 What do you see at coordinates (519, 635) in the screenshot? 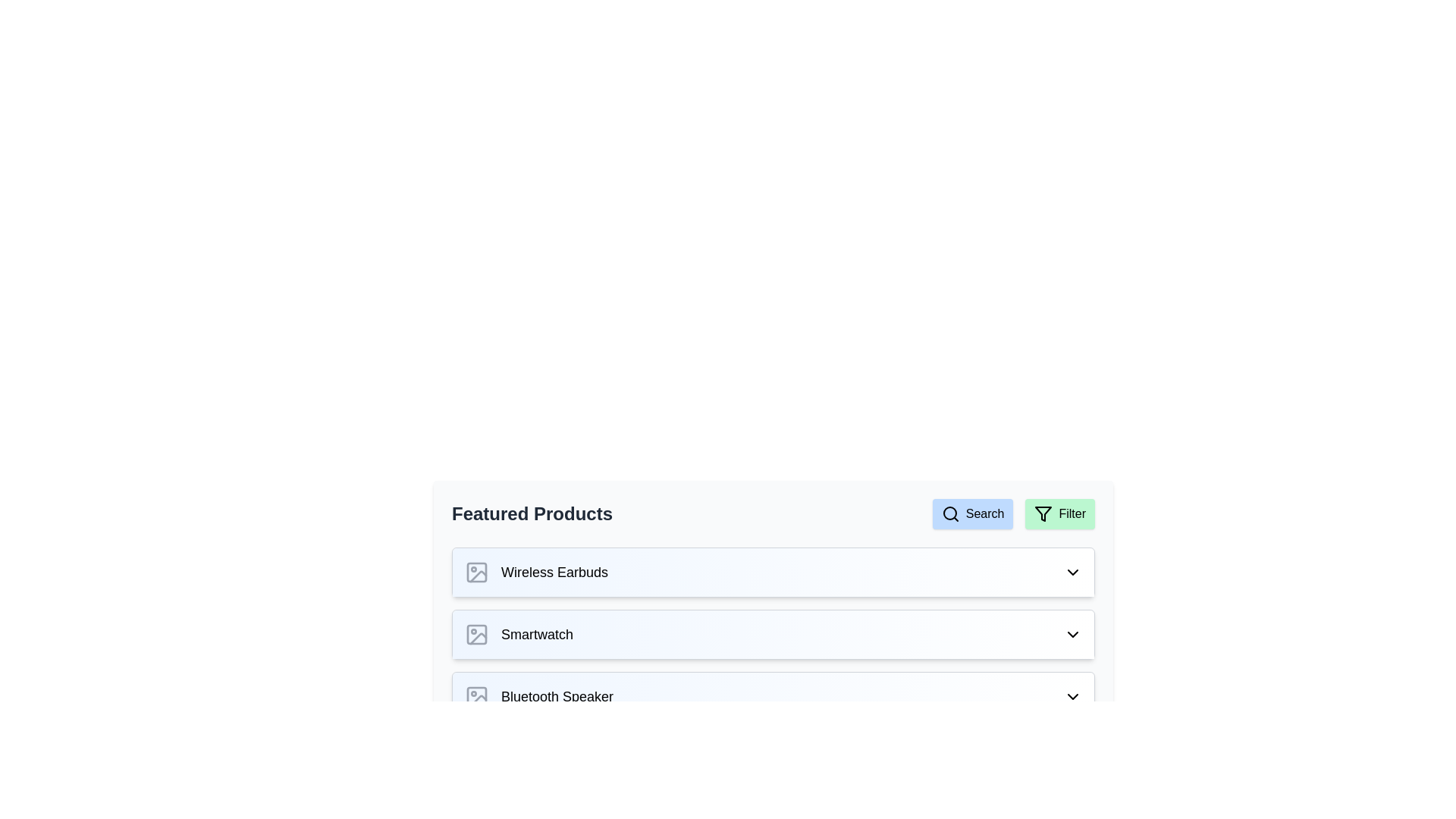
I see `the 'Smartwatch' text label, which is the second entry in the 'Featured Products' section` at bounding box center [519, 635].